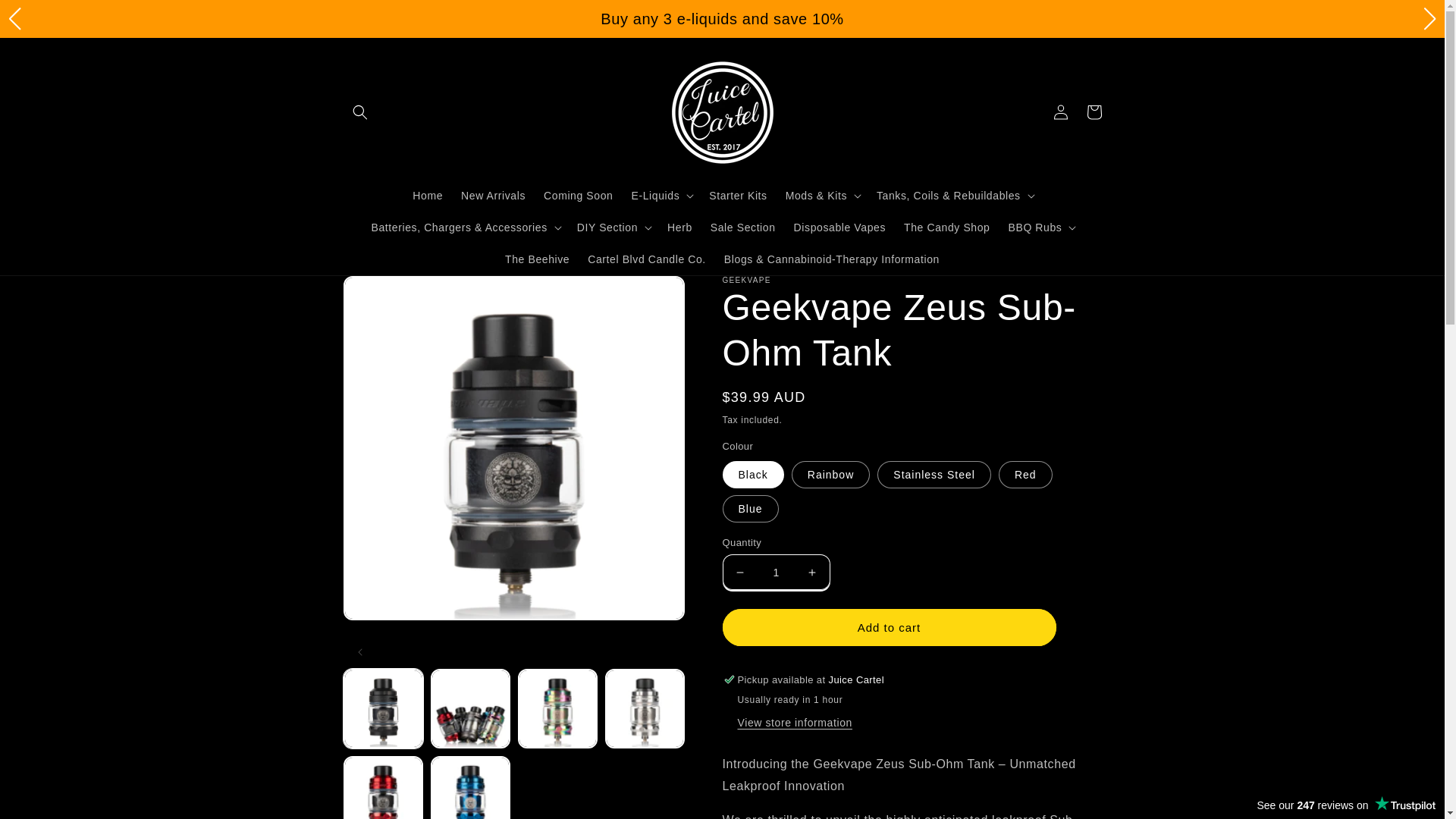  What do you see at coordinates (493, 194) in the screenshot?
I see `'New Arrivals'` at bounding box center [493, 194].